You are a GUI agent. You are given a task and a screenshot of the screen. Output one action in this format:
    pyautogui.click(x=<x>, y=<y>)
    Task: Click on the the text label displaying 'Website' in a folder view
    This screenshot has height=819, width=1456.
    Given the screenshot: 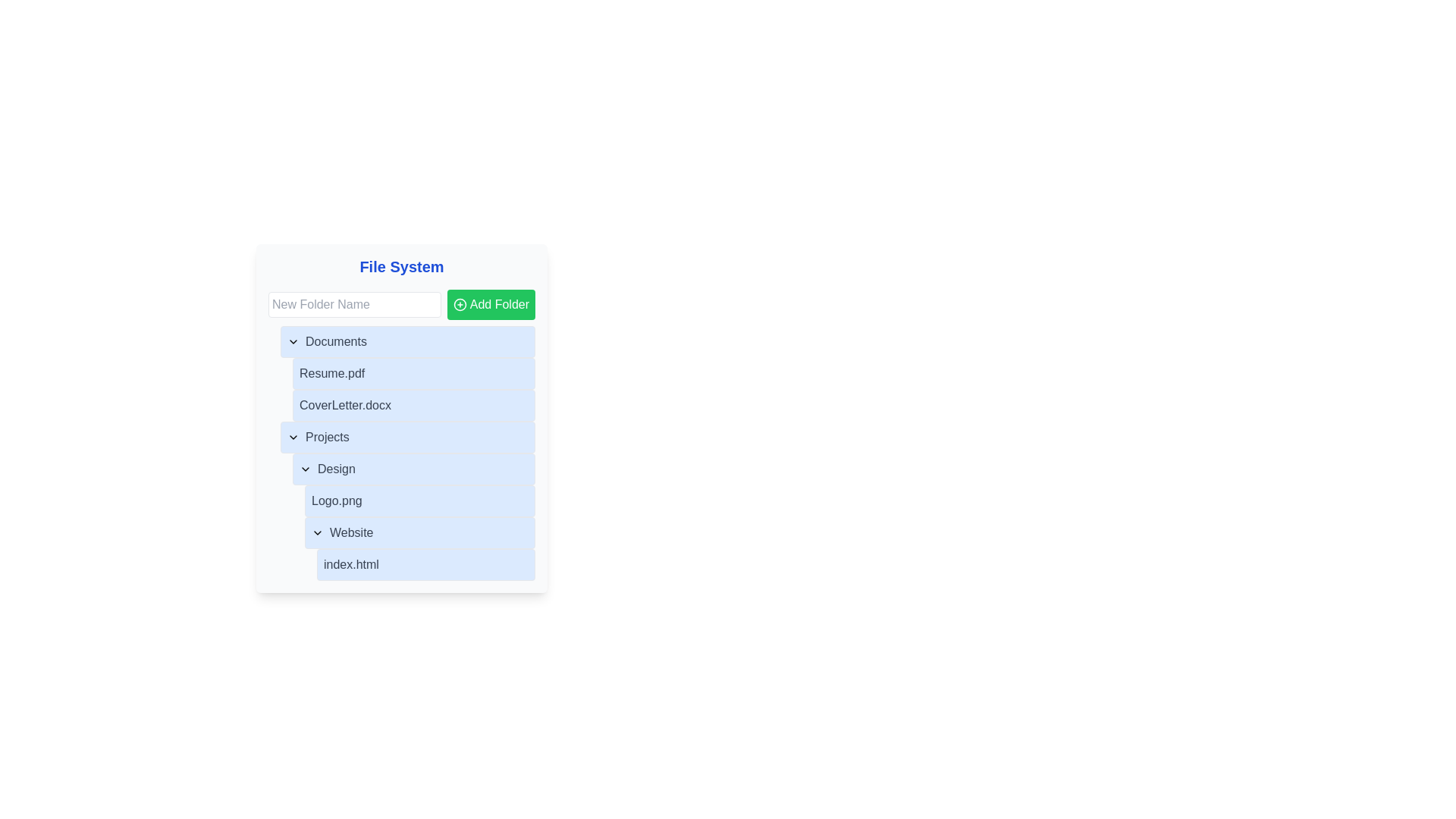 What is the action you would take?
    pyautogui.click(x=350, y=532)
    